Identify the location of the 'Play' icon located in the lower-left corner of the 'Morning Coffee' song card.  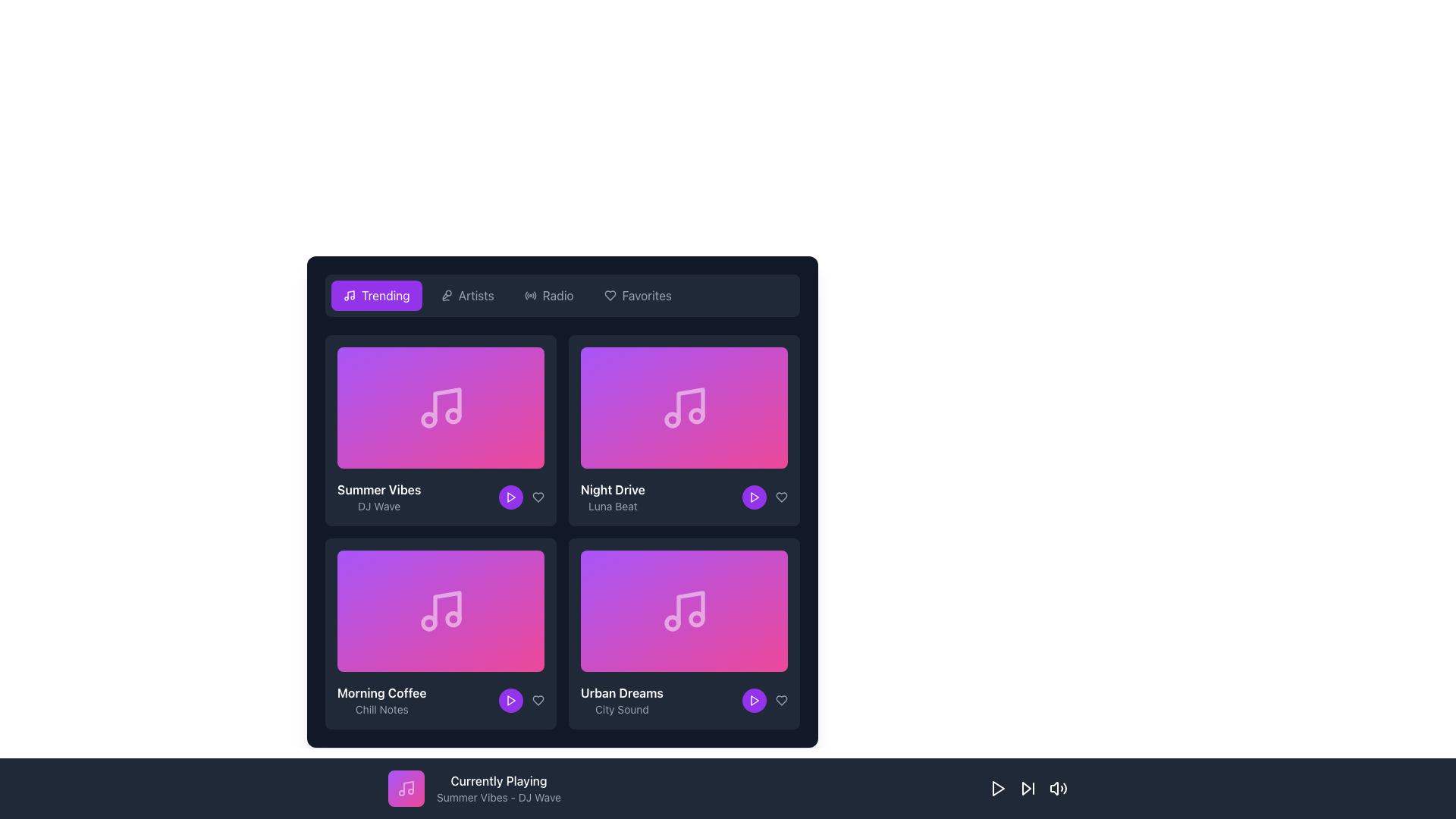
(511, 701).